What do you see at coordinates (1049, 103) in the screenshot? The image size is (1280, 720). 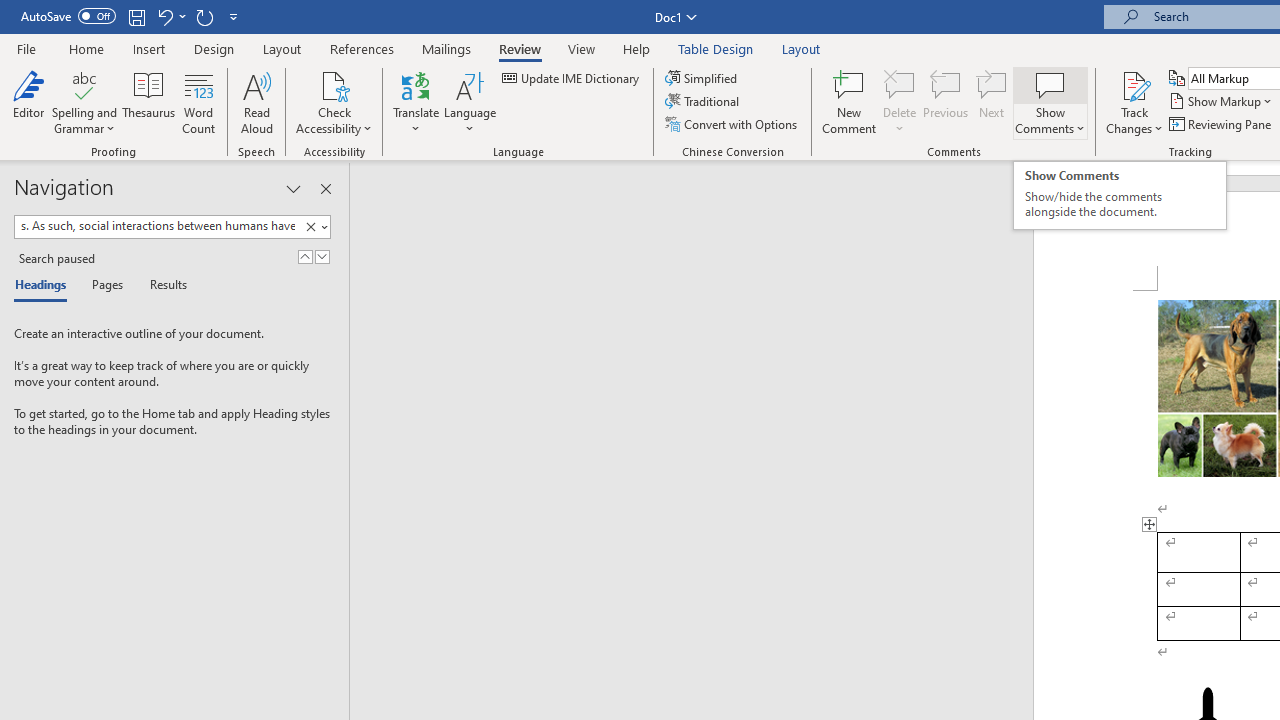 I see `'Show Comments'` at bounding box center [1049, 103].